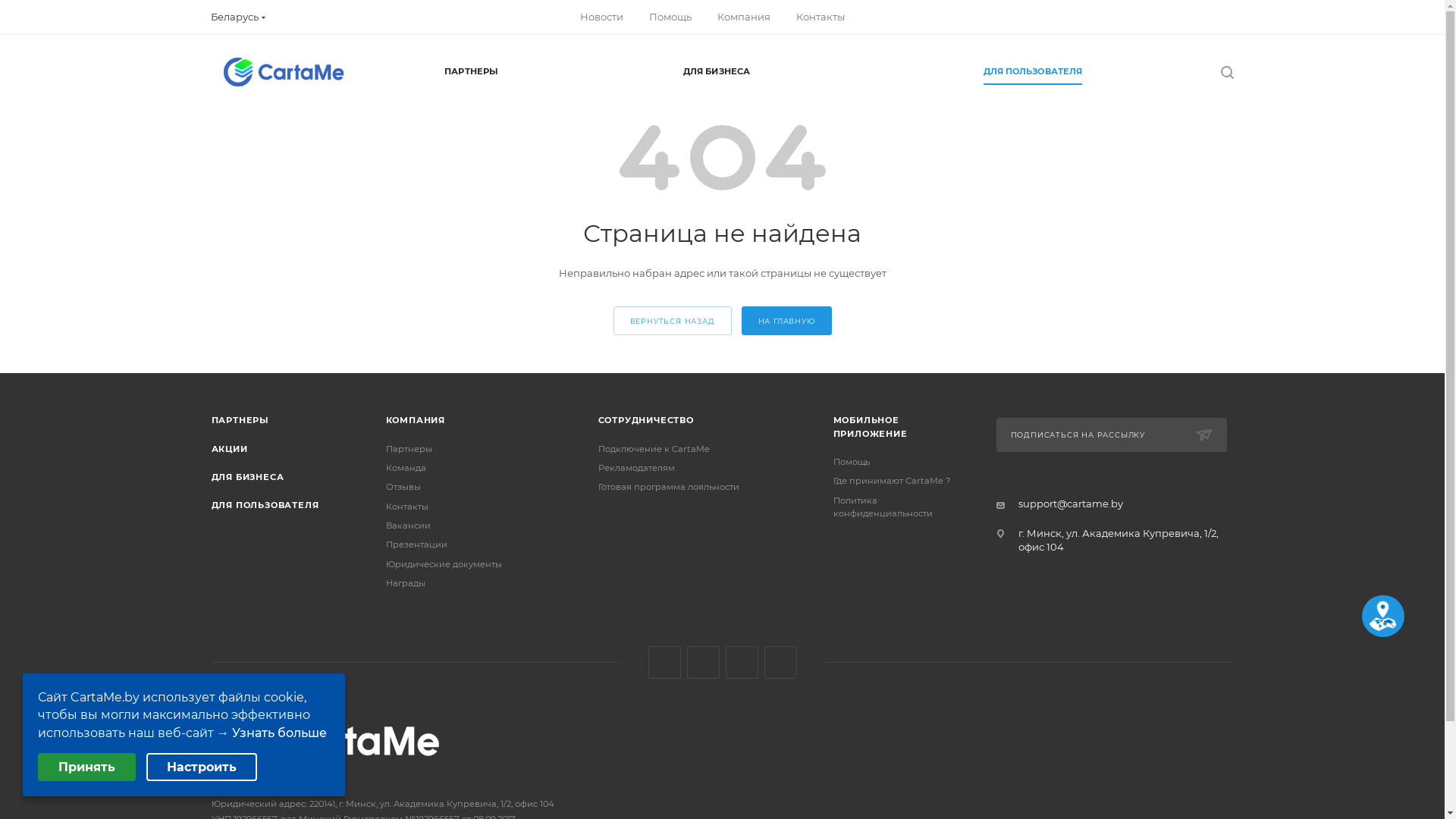  What do you see at coordinates (283, 72) in the screenshot?
I see `'cartame.by'` at bounding box center [283, 72].